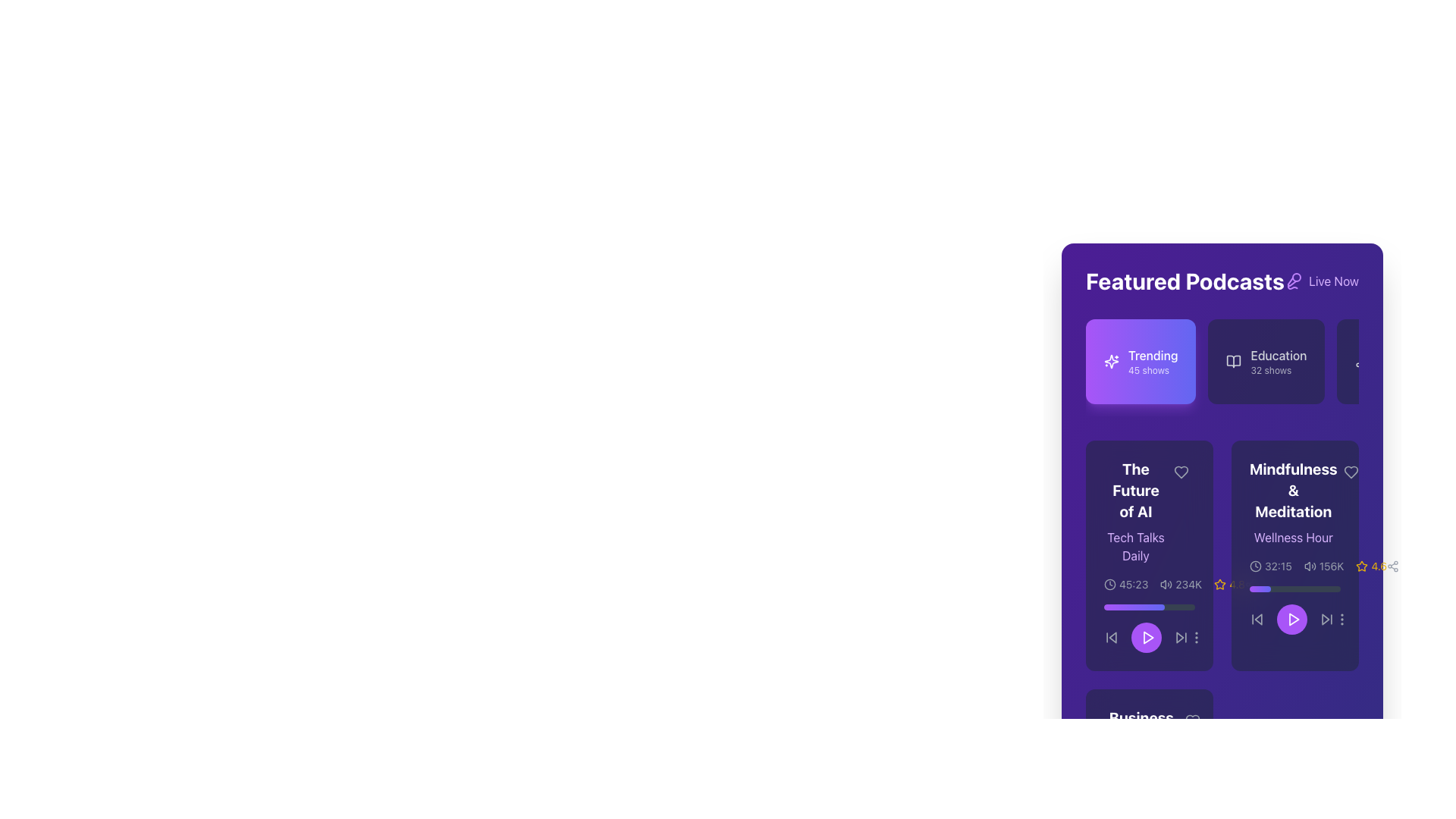 The image size is (1456, 819). What do you see at coordinates (1148, 637) in the screenshot?
I see `the play icon located in the bottom center of the card labeled 'The Future of AI', which indicates the media playback action` at bounding box center [1148, 637].